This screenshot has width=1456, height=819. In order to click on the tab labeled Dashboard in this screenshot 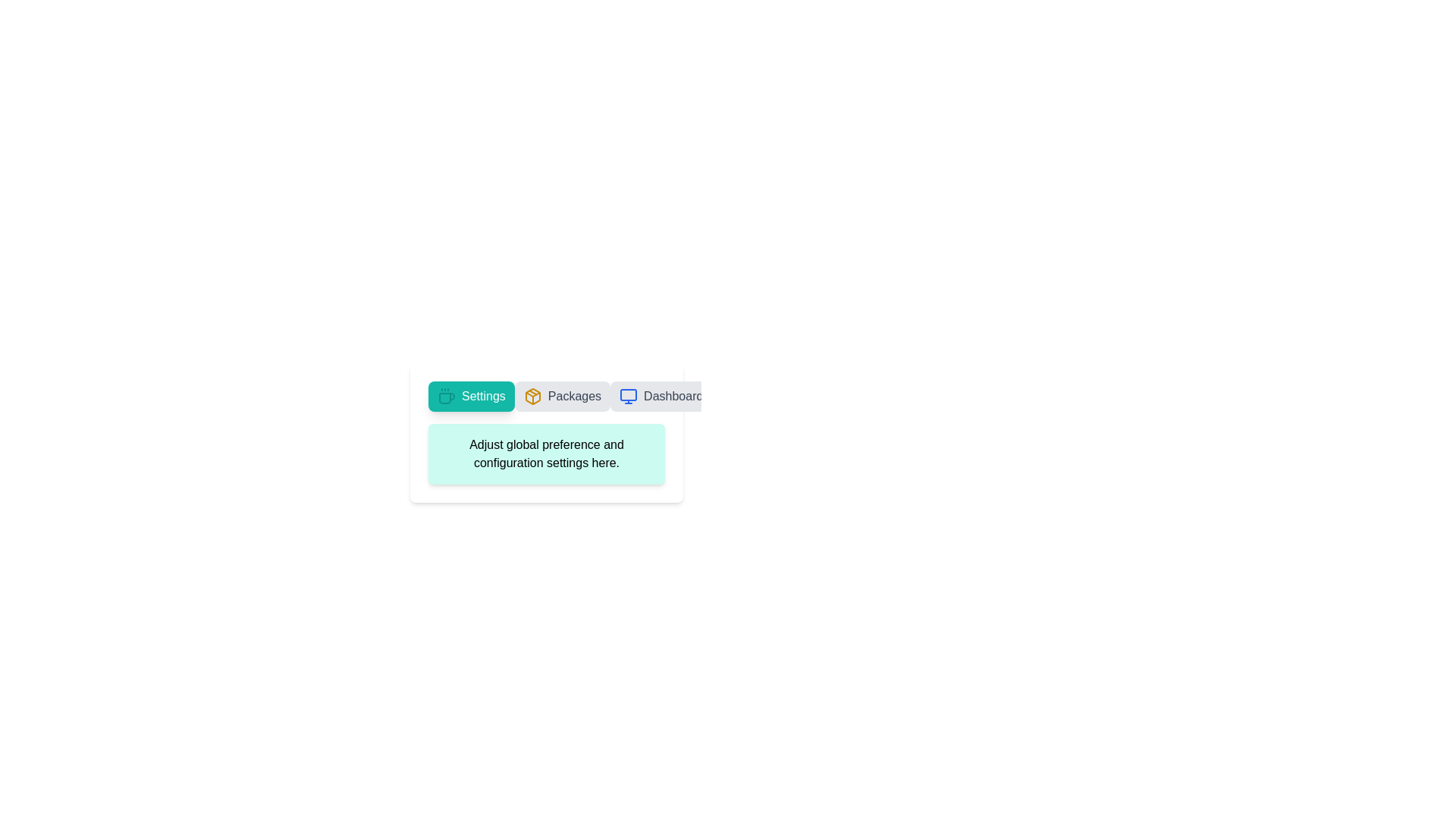, I will do `click(661, 396)`.